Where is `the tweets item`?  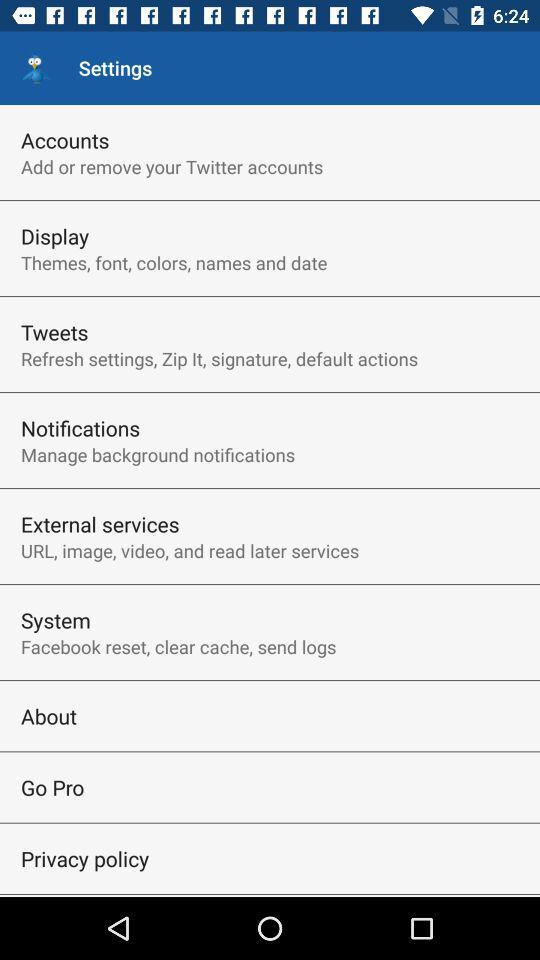
the tweets item is located at coordinates (54, 332).